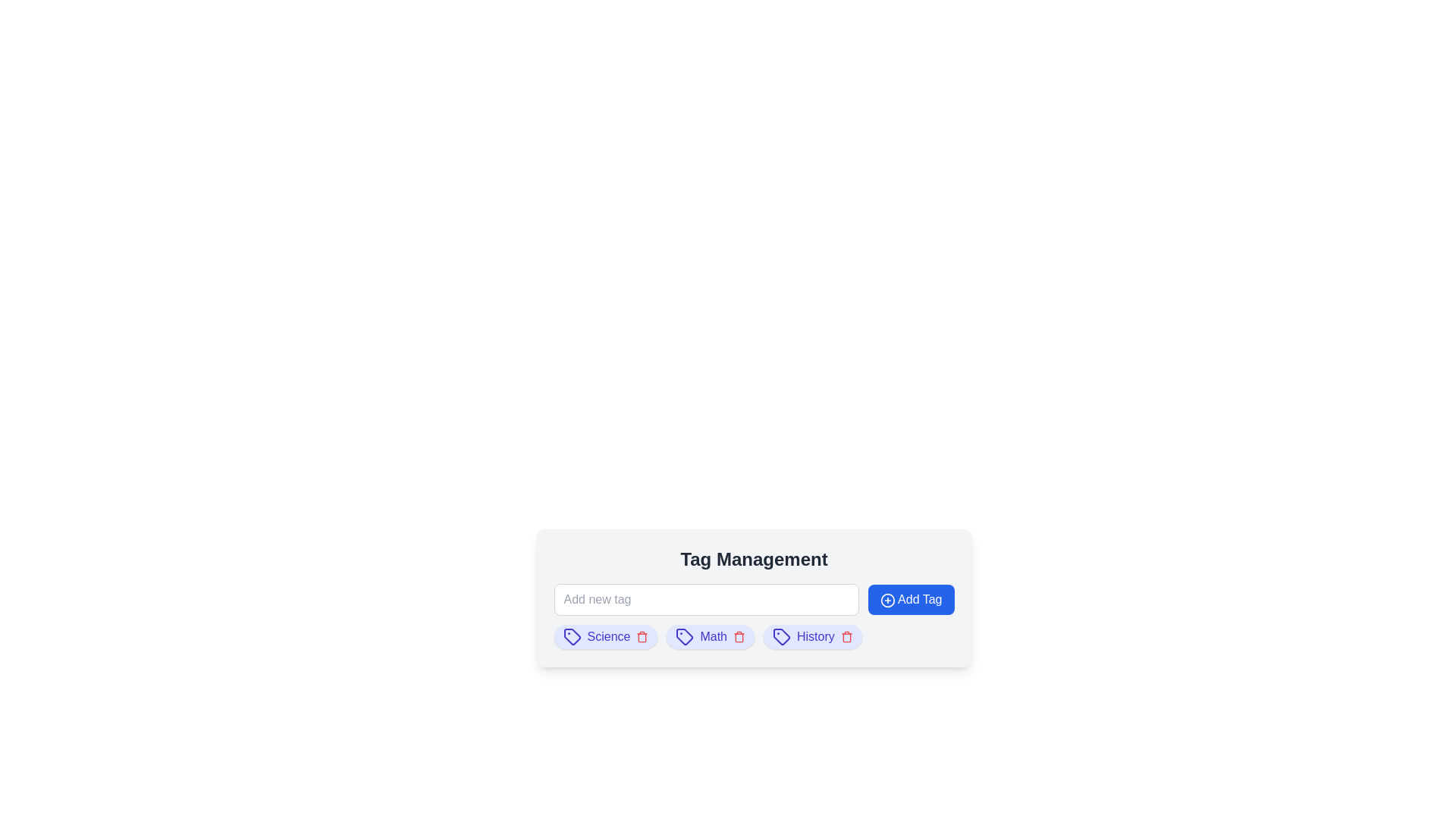 Image resolution: width=1456 pixels, height=819 pixels. What do you see at coordinates (739, 637) in the screenshot?
I see `the trash icon` at bounding box center [739, 637].